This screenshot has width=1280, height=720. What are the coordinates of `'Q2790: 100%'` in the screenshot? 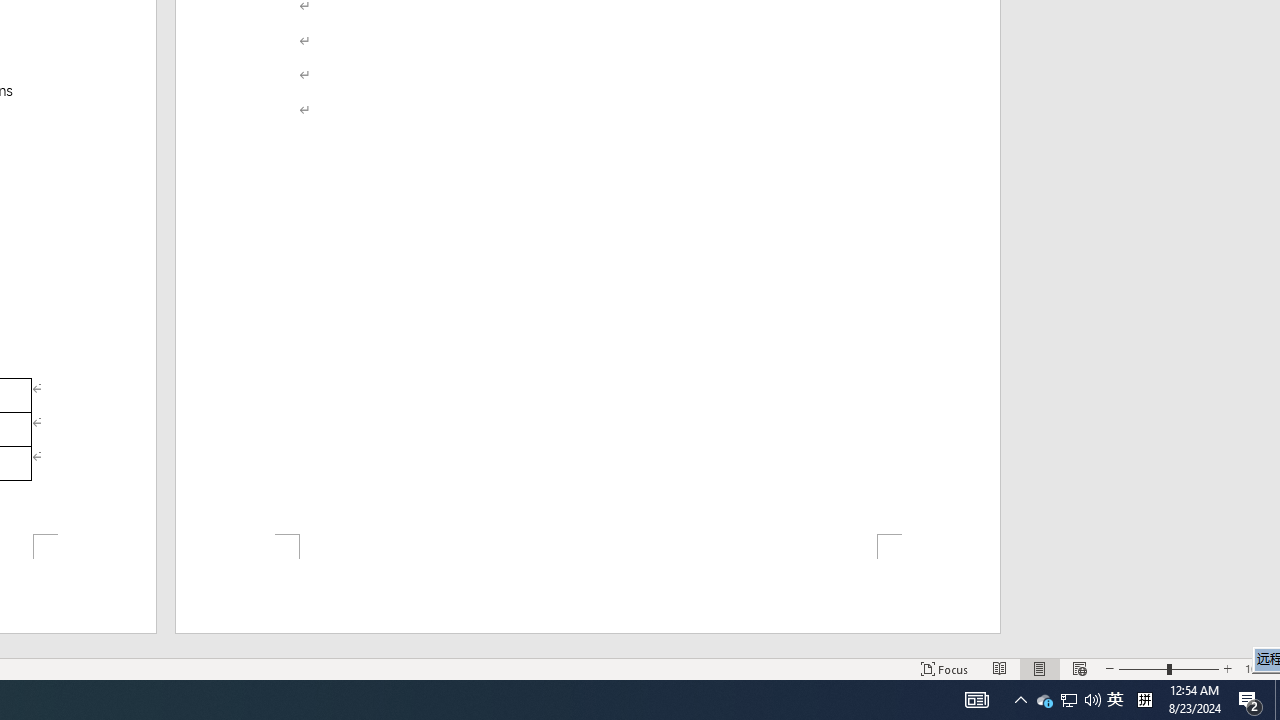 It's located at (1092, 698).